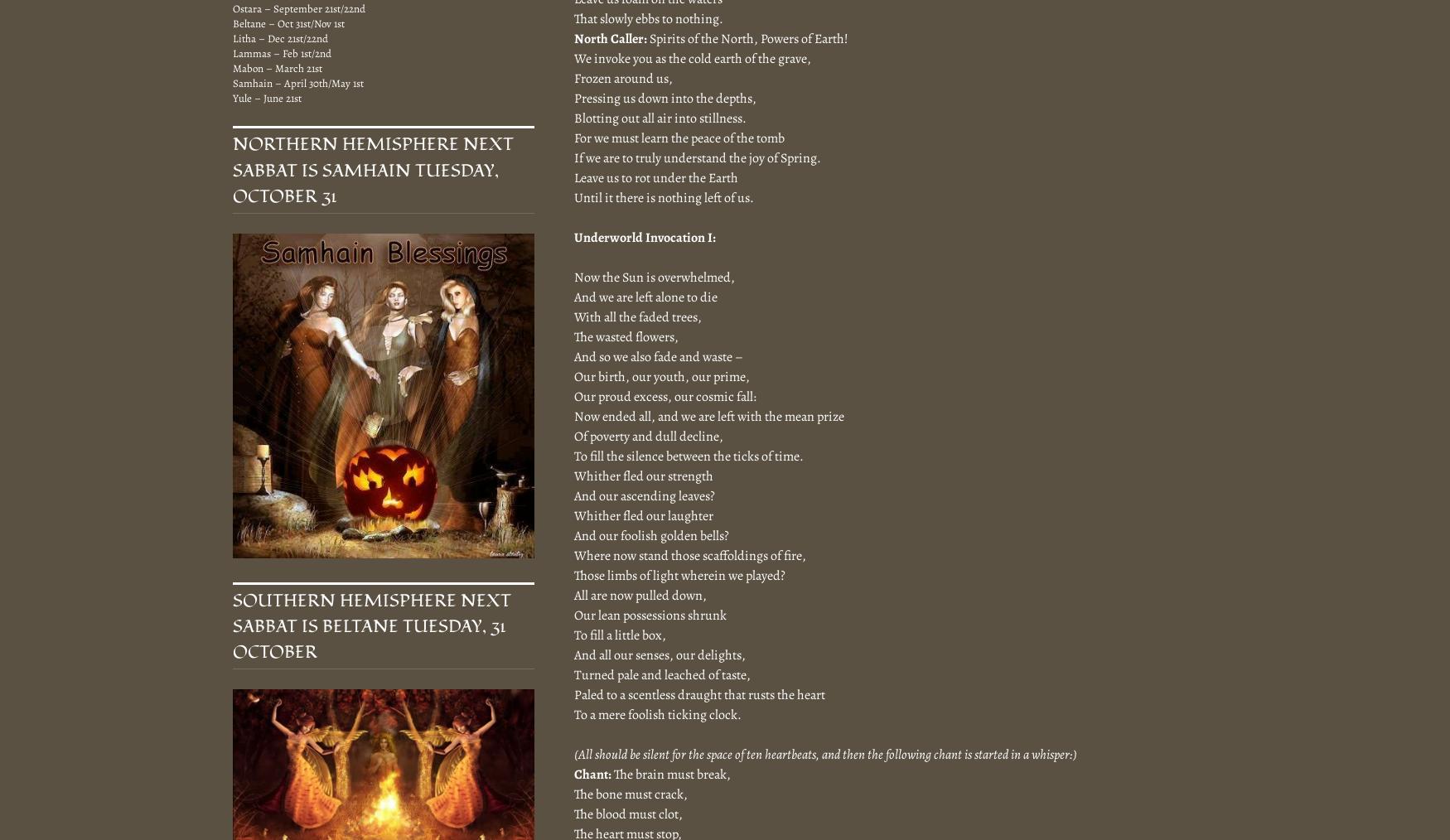 The image size is (1450, 840). Describe the element at coordinates (661, 674) in the screenshot. I see `'Turned pale and leached of taste,'` at that location.